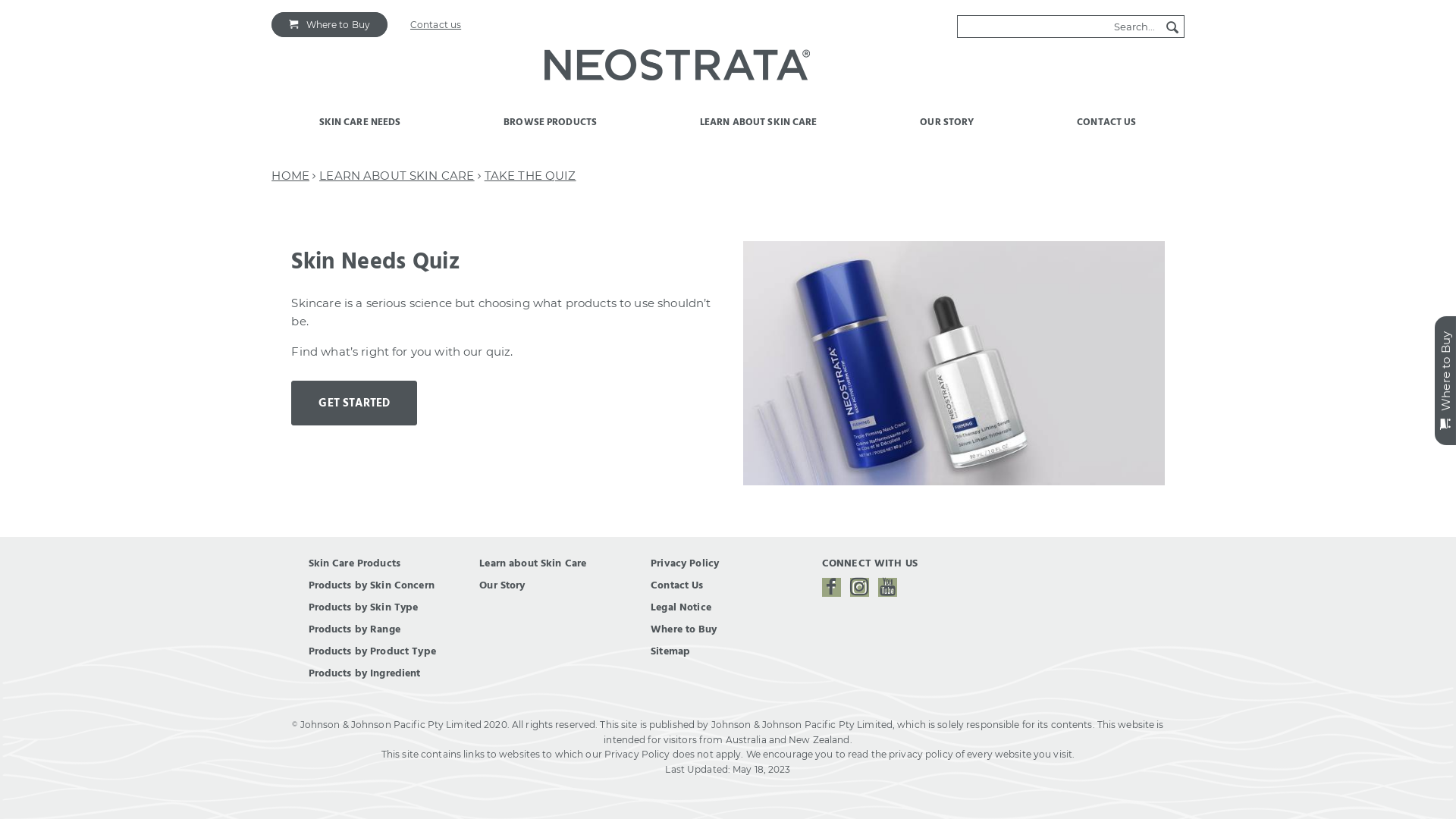 The image size is (1456, 819). I want to click on 'Skin Care Products', so click(353, 563).